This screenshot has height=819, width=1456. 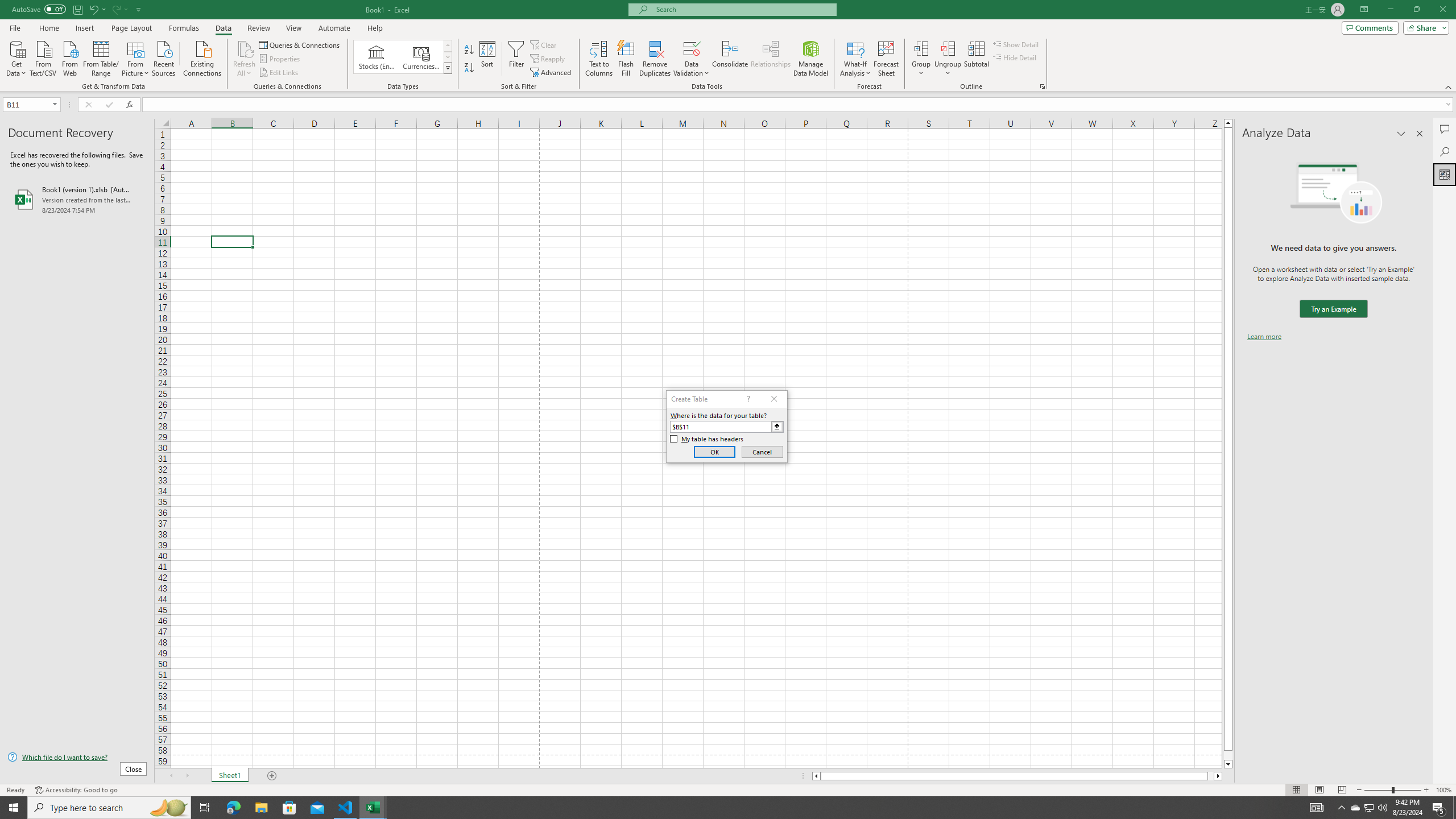 What do you see at coordinates (549, 59) in the screenshot?
I see `'Reapply'` at bounding box center [549, 59].